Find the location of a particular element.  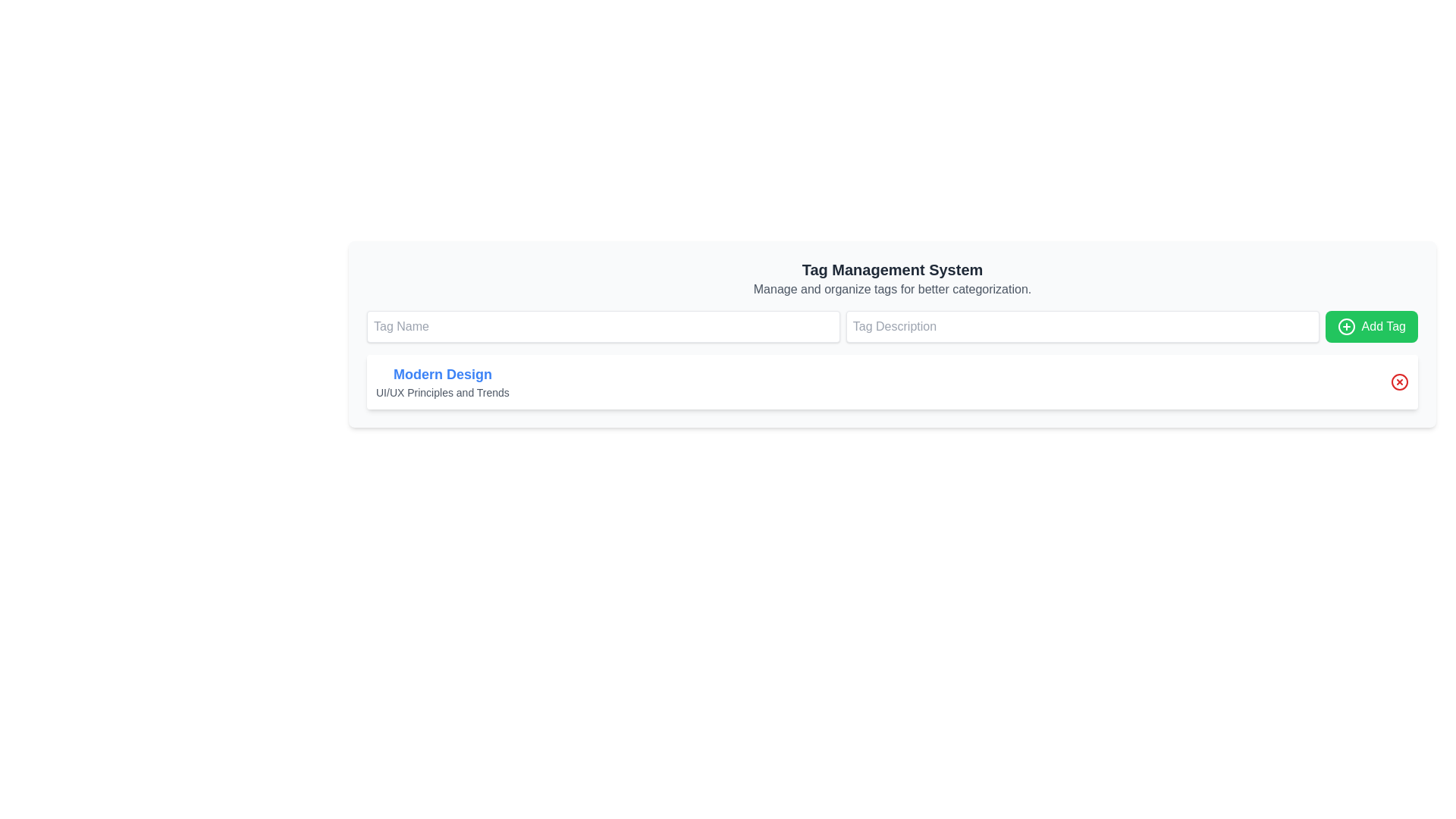

the 'Tag Management System' text label, which serves as a prominent header indicating the primary purpose of the section is located at coordinates (892, 268).